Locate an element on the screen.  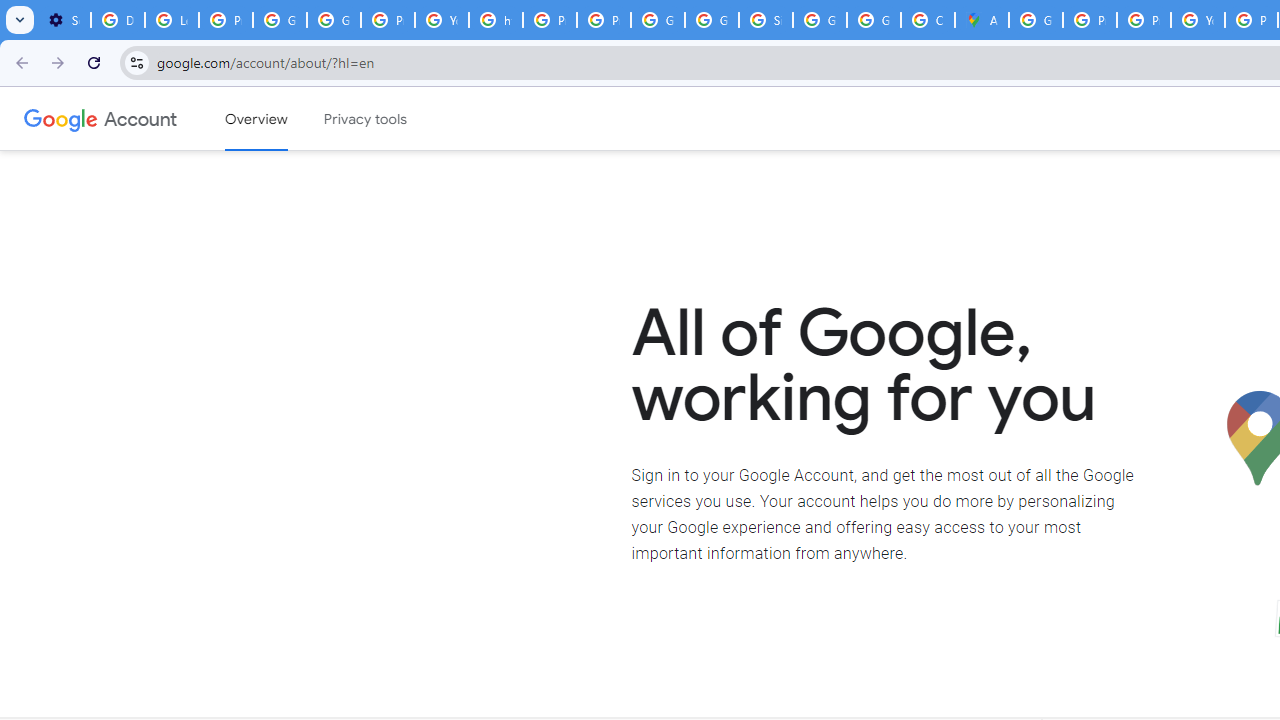
'Google Account' is located at coordinates (139, 118).